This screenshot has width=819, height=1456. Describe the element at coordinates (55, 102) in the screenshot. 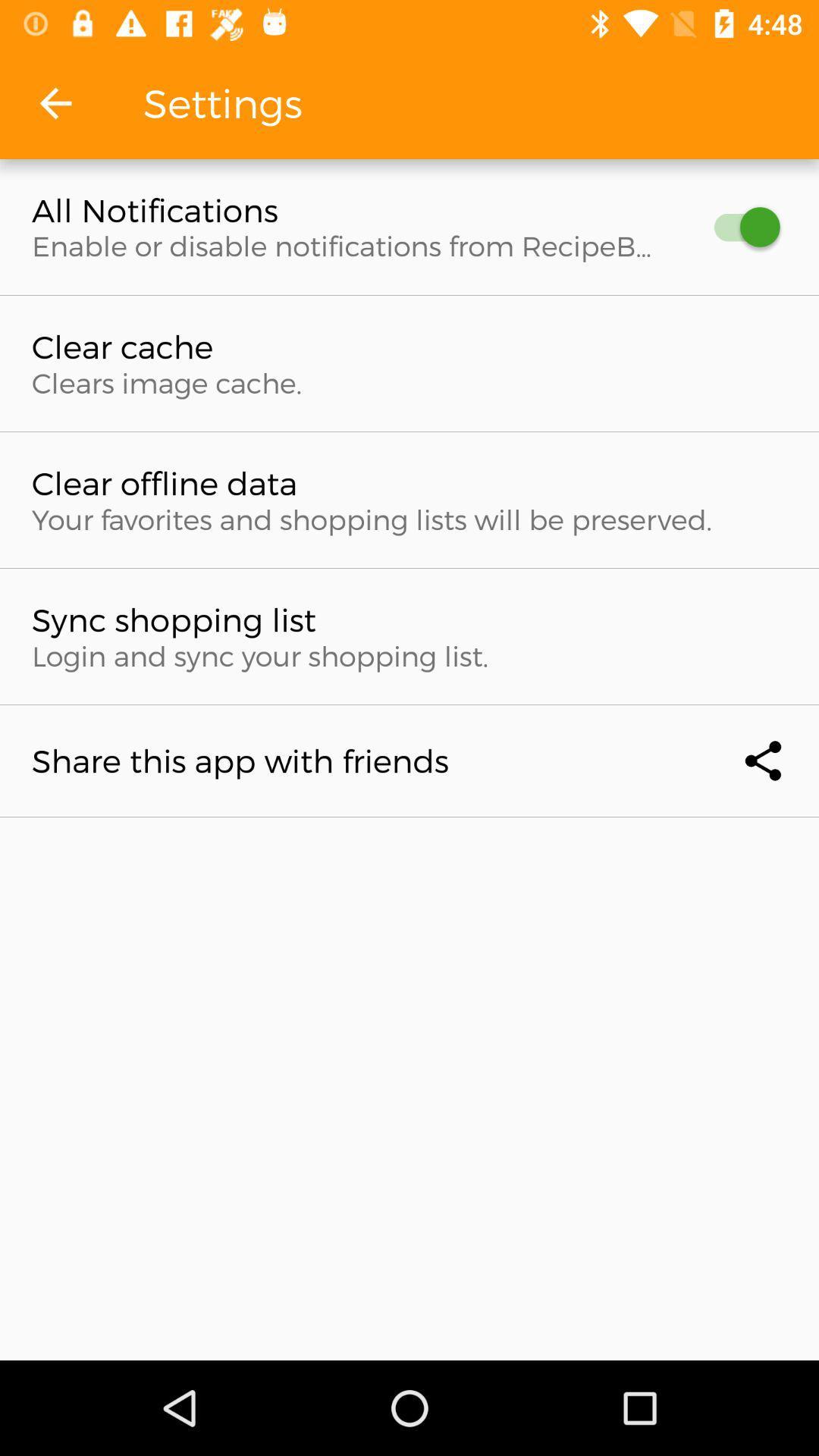

I see `item above the all notifications` at that location.